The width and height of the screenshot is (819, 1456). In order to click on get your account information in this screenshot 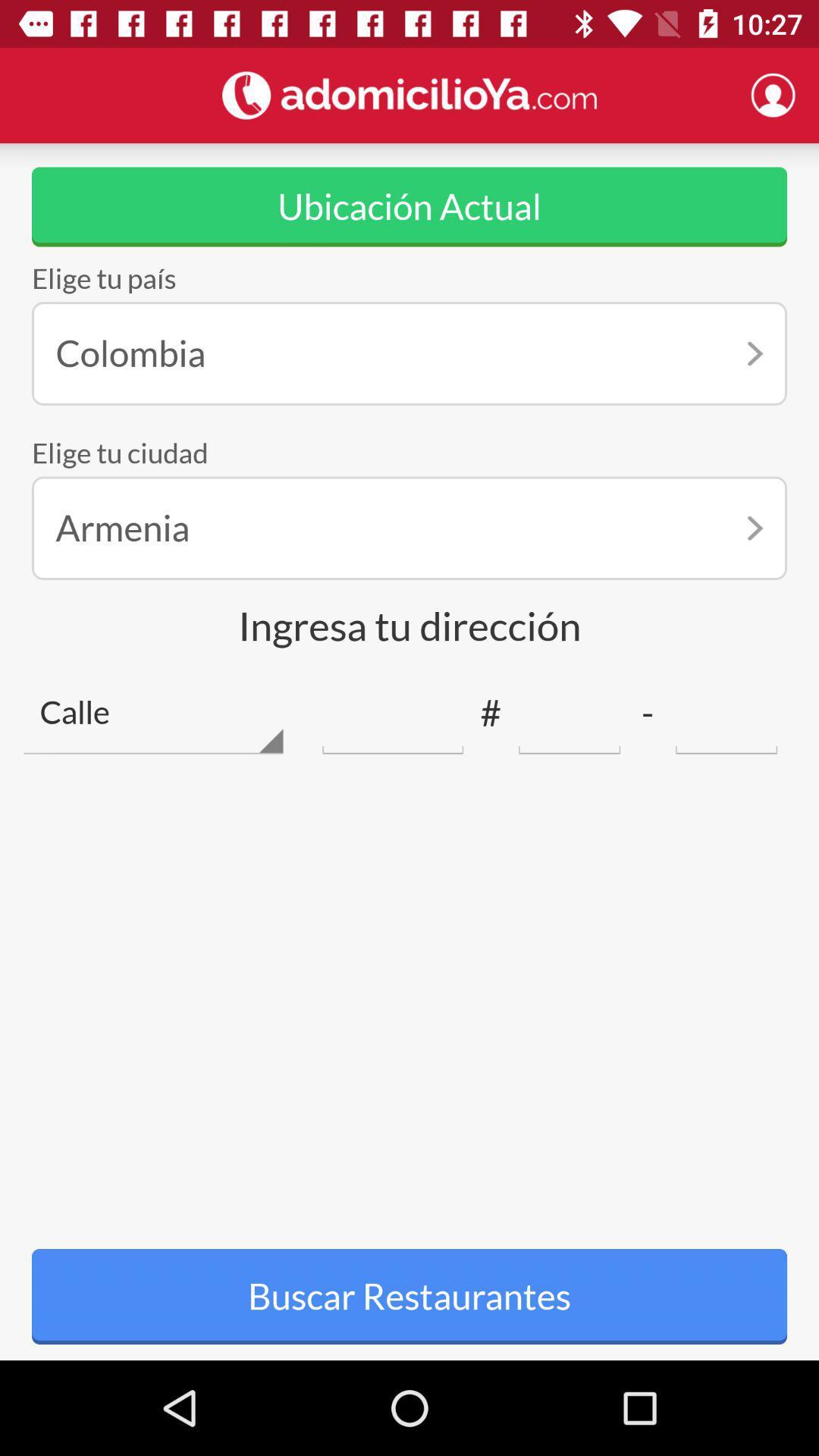, I will do `click(773, 94)`.